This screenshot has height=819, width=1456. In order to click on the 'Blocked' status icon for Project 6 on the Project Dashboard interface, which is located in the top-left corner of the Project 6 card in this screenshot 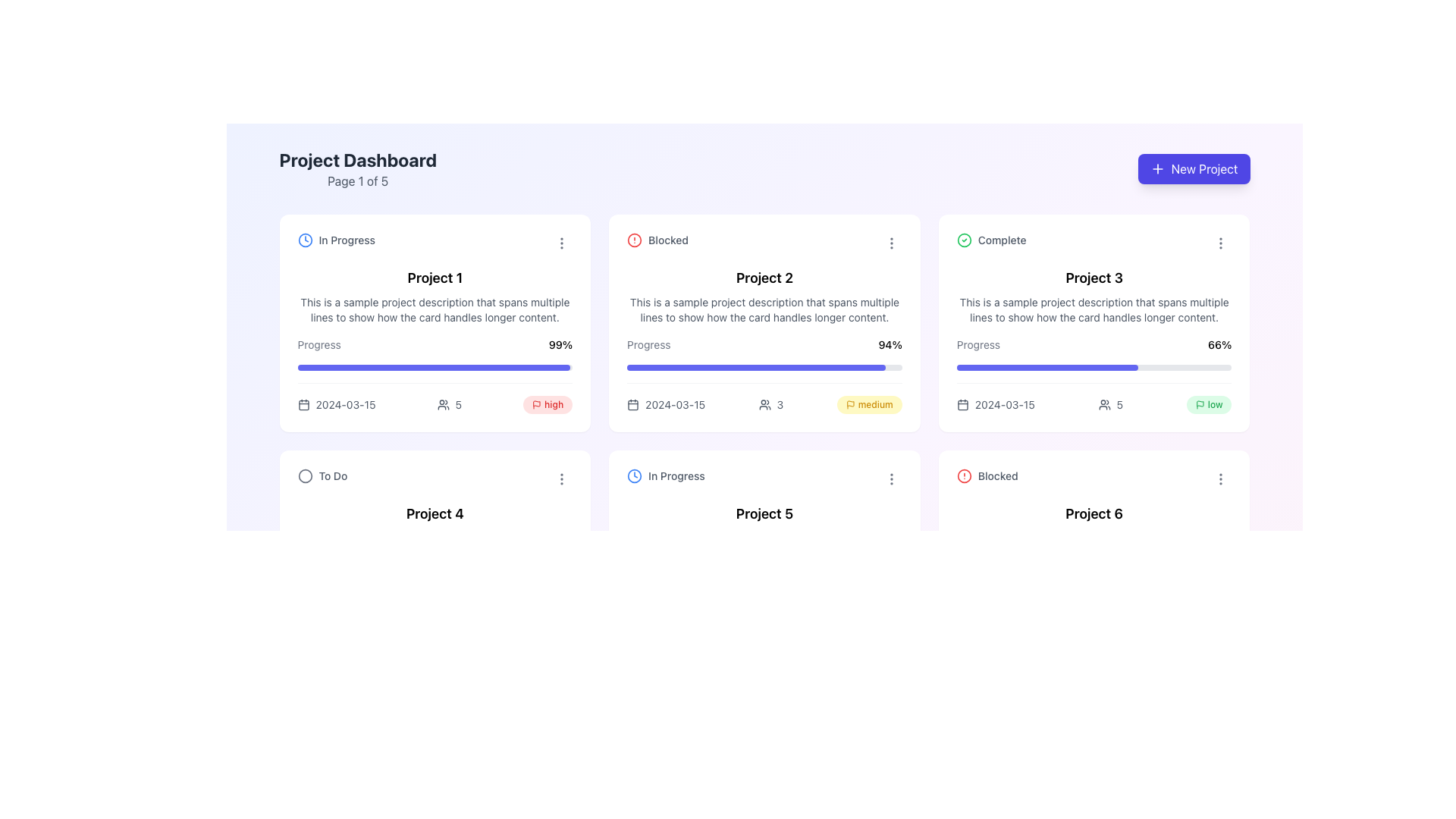, I will do `click(963, 475)`.